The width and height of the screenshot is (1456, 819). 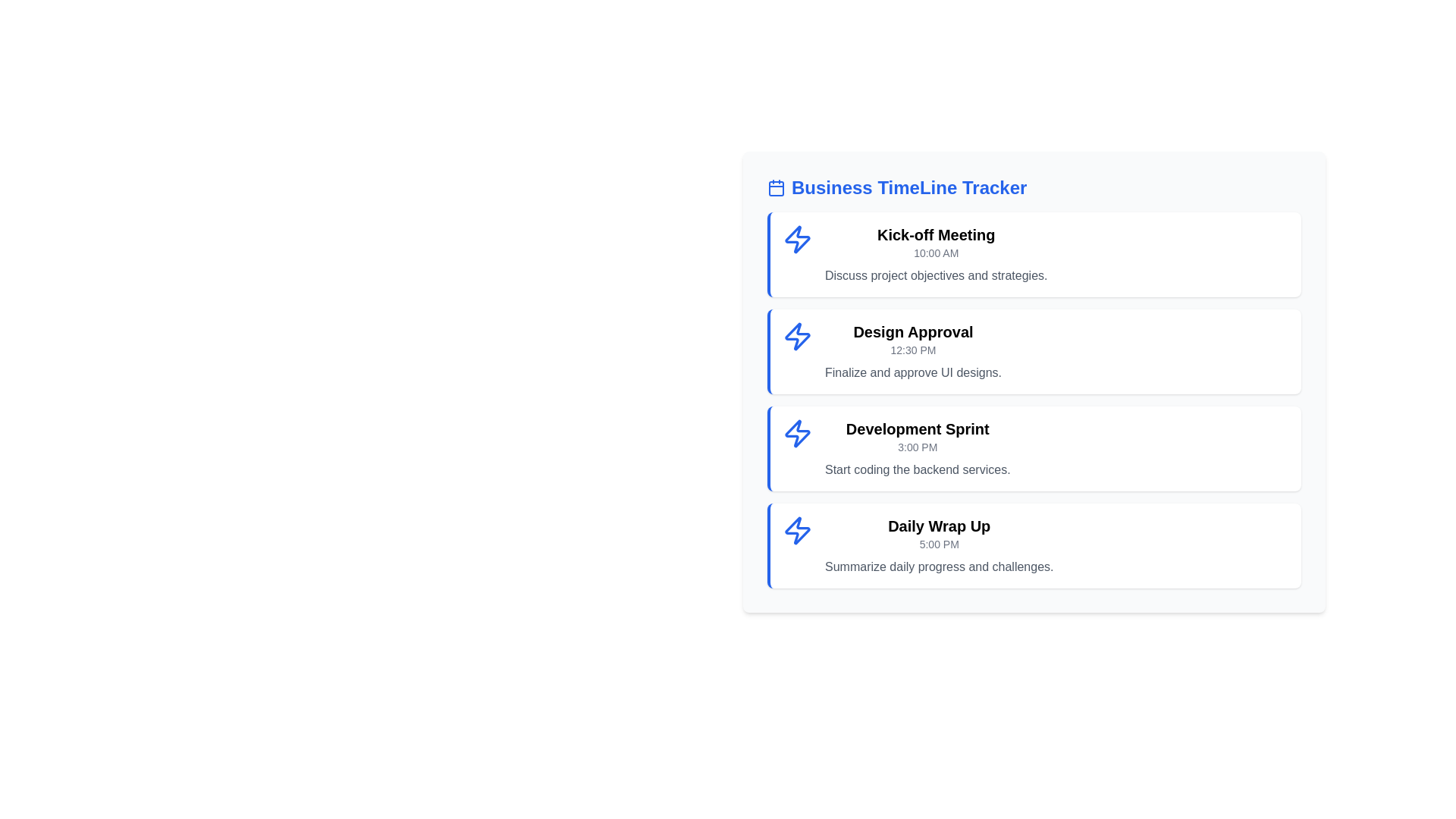 What do you see at coordinates (796, 239) in the screenshot?
I see `the 'Kick-off Meeting' icon located within the first entry of the list, which is to the left of the 'Kick-off Meeting' label in the 'Business TimeLine Tracker' card` at bounding box center [796, 239].